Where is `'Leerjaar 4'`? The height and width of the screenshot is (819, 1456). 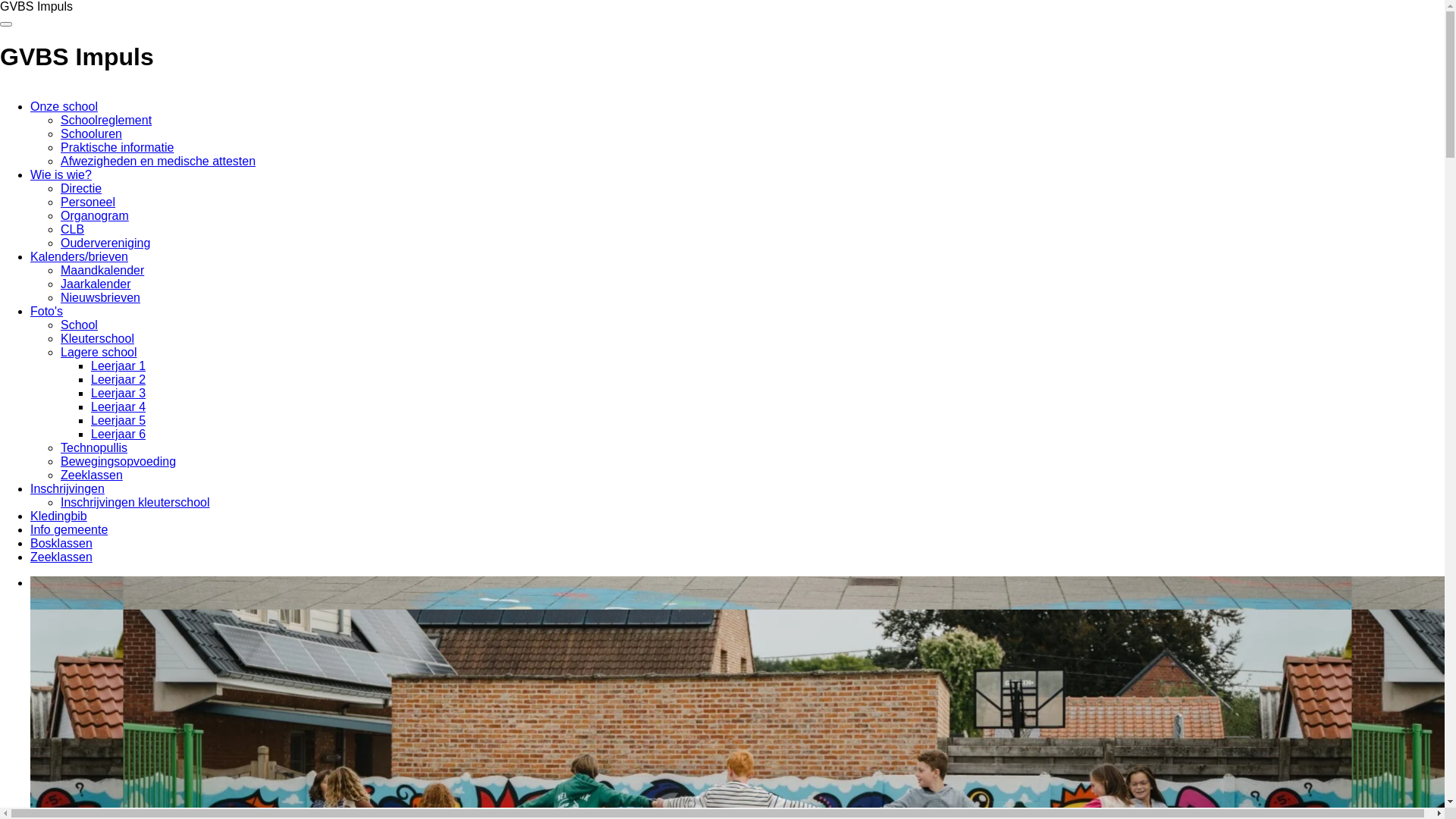 'Leerjaar 4' is located at coordinates (90, 406).